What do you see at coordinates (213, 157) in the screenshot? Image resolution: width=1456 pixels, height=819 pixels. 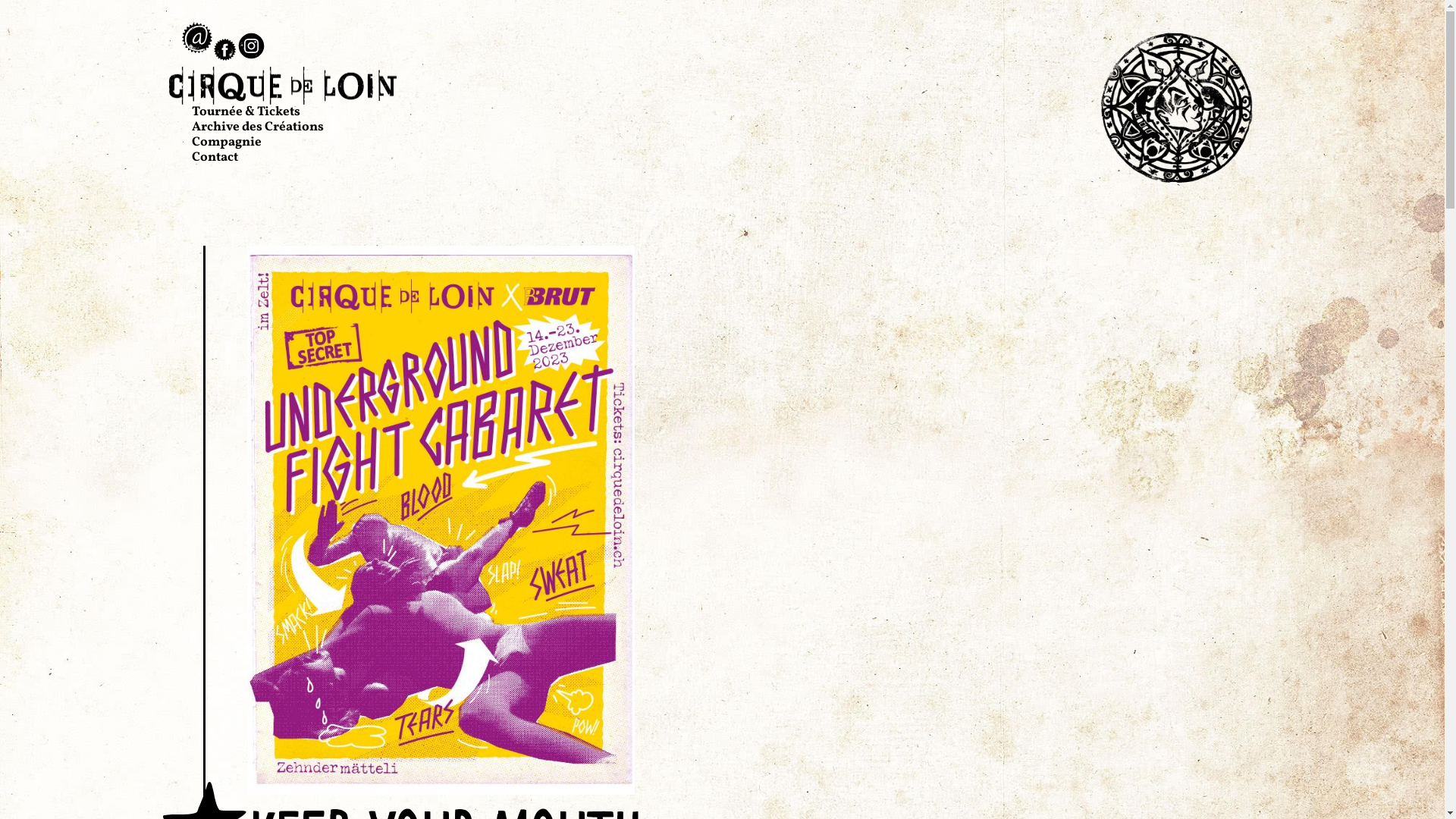 I see `'Contact'` at bounding box center [213, 157].